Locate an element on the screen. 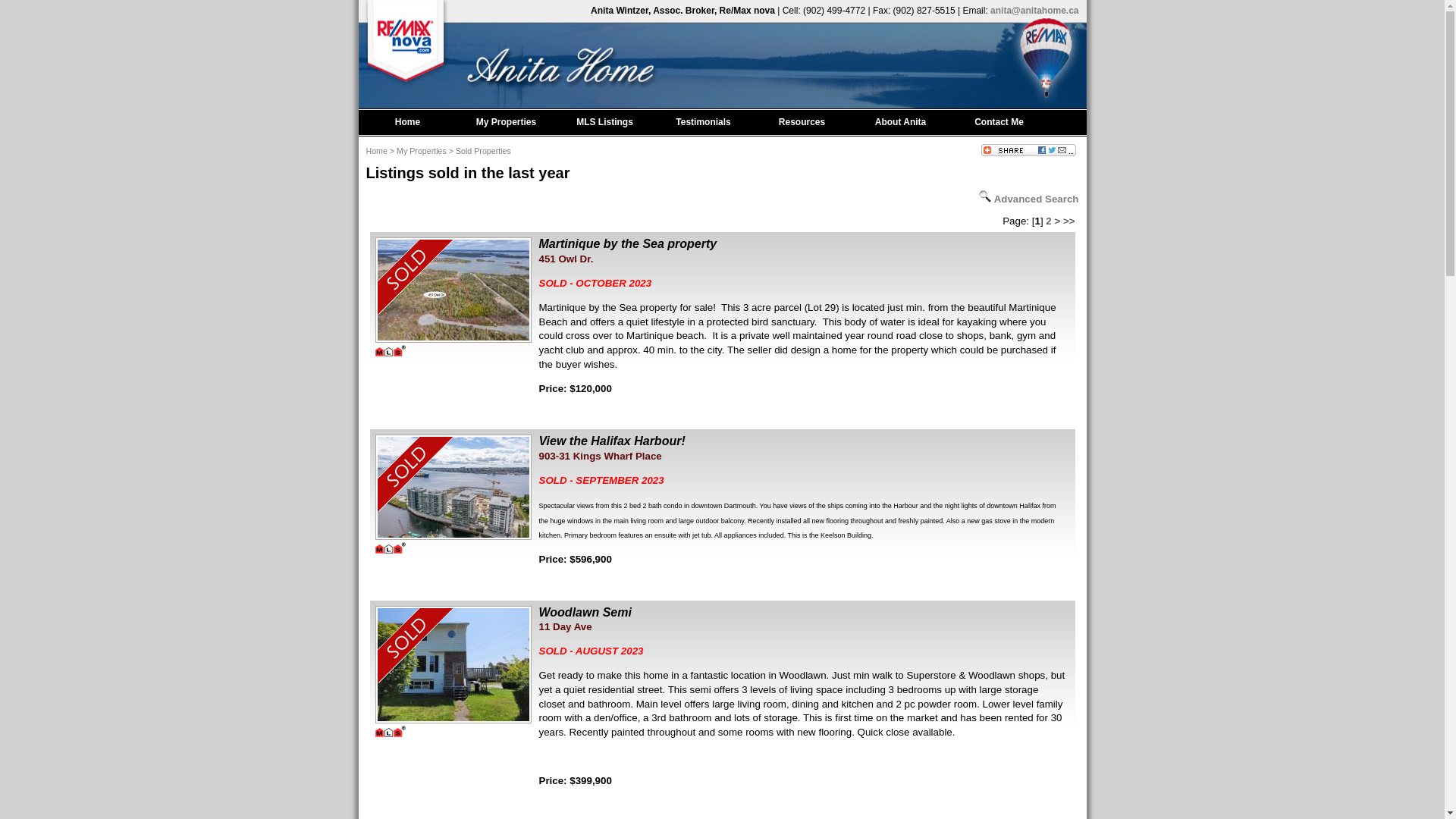 This screenshot has width=1456, height=819. 'Resources' is located at coordinates (800, 121).